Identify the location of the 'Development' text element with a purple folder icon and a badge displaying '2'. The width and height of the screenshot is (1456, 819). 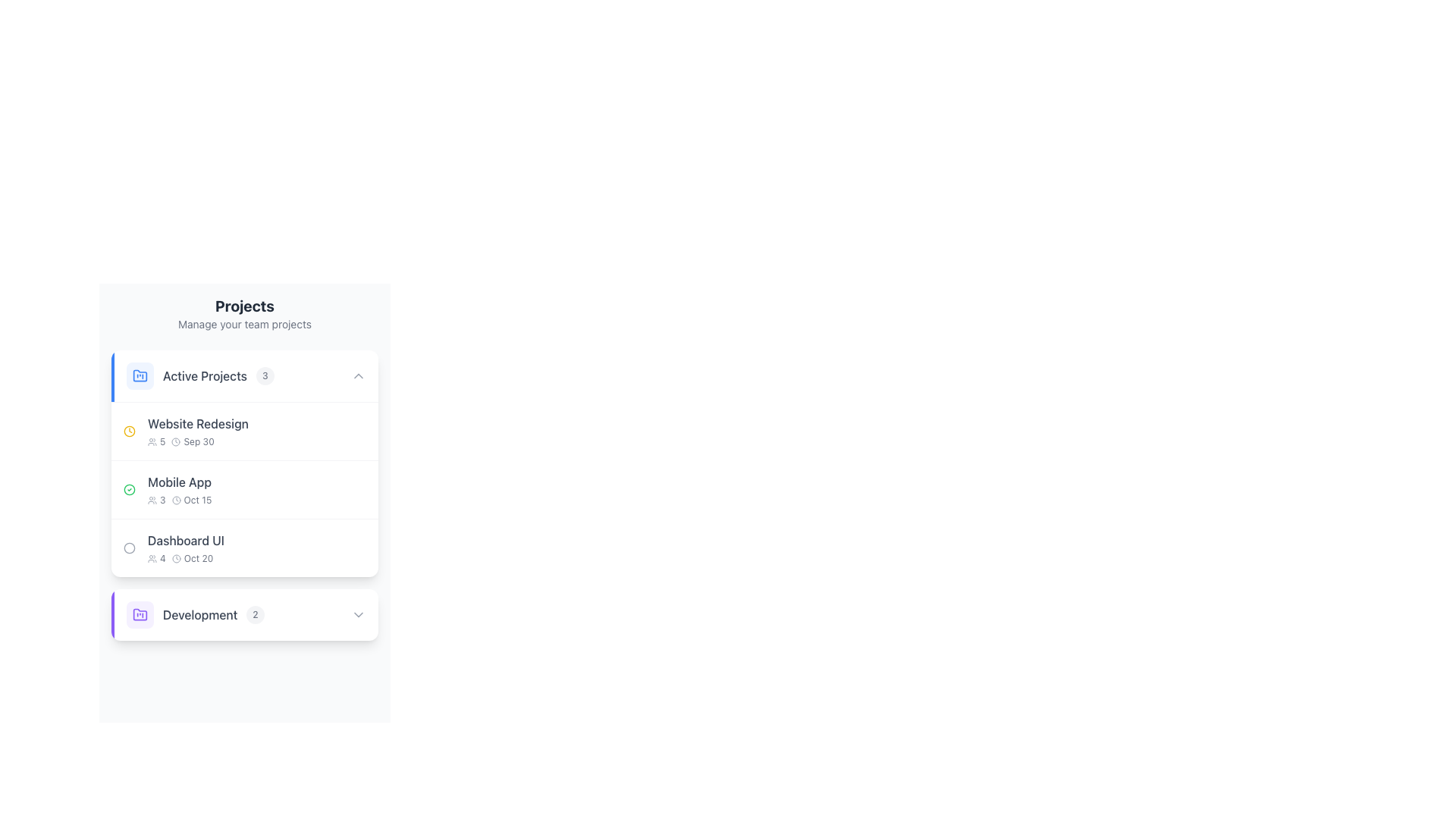
(194, 614).